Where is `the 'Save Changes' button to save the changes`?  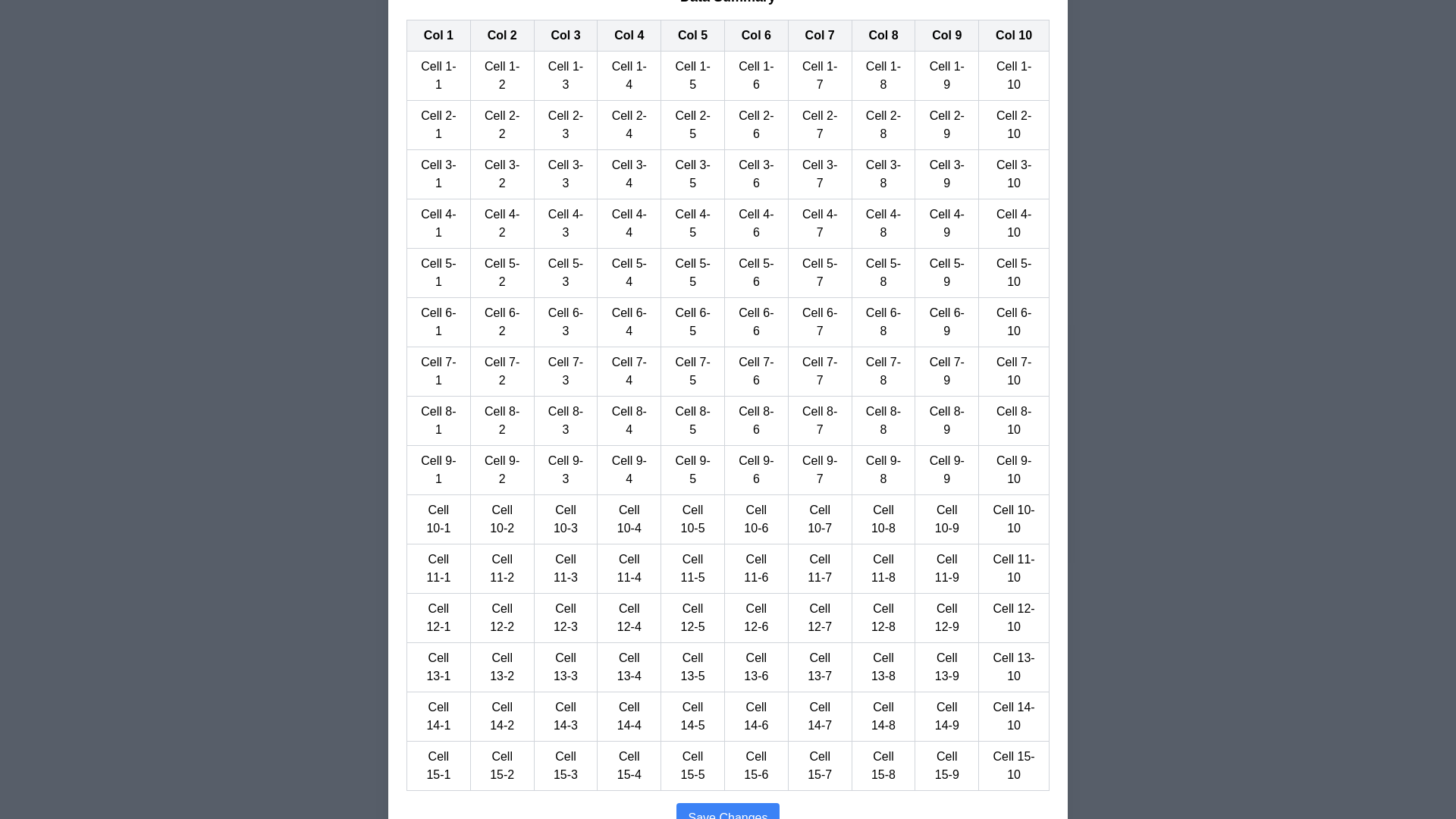 the 'Save Changes' button to save the changes is located at coordinates (728, 817).